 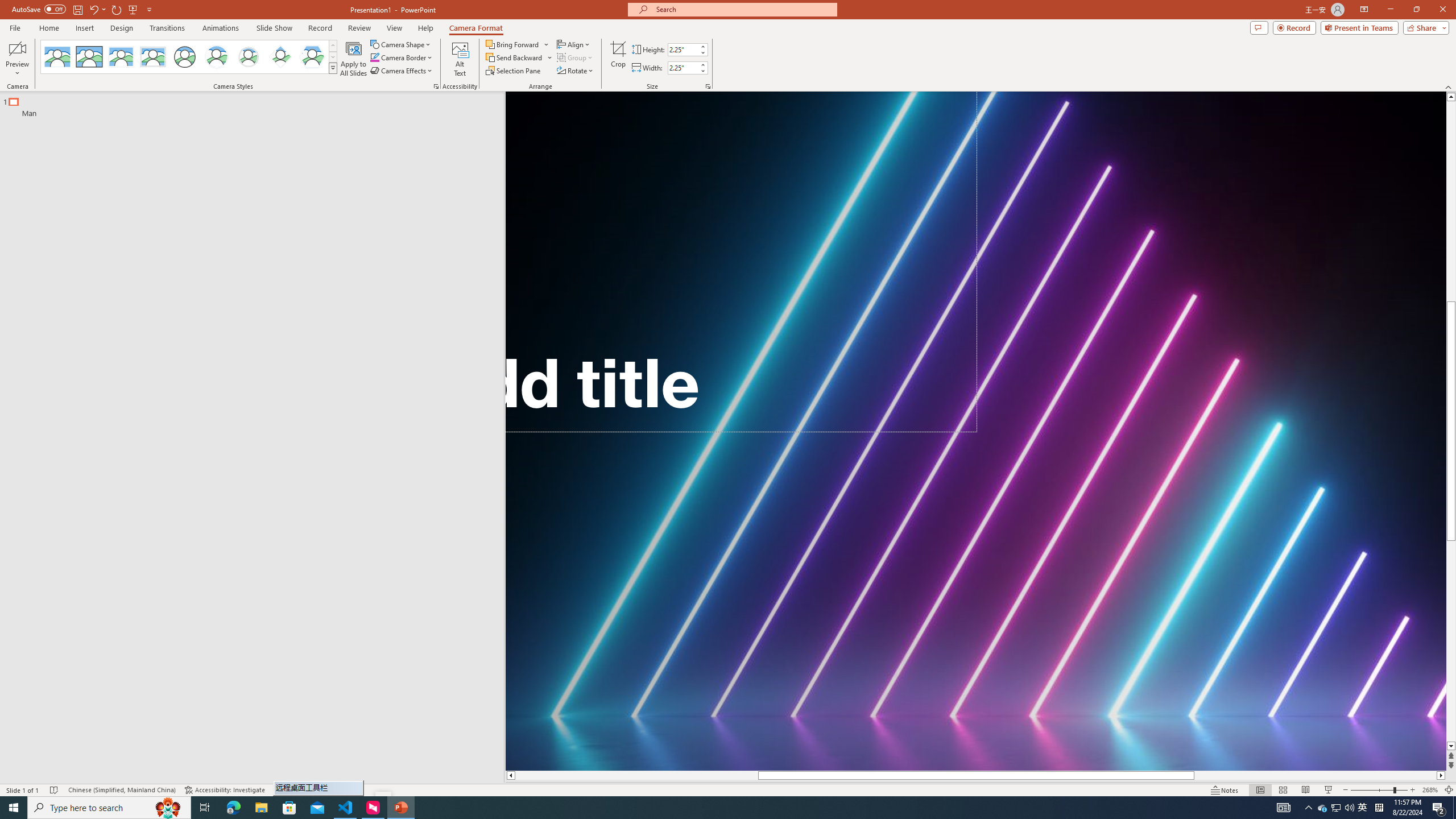 I want to click on 'Center Shadow Circle', so click(x=216, y=56).